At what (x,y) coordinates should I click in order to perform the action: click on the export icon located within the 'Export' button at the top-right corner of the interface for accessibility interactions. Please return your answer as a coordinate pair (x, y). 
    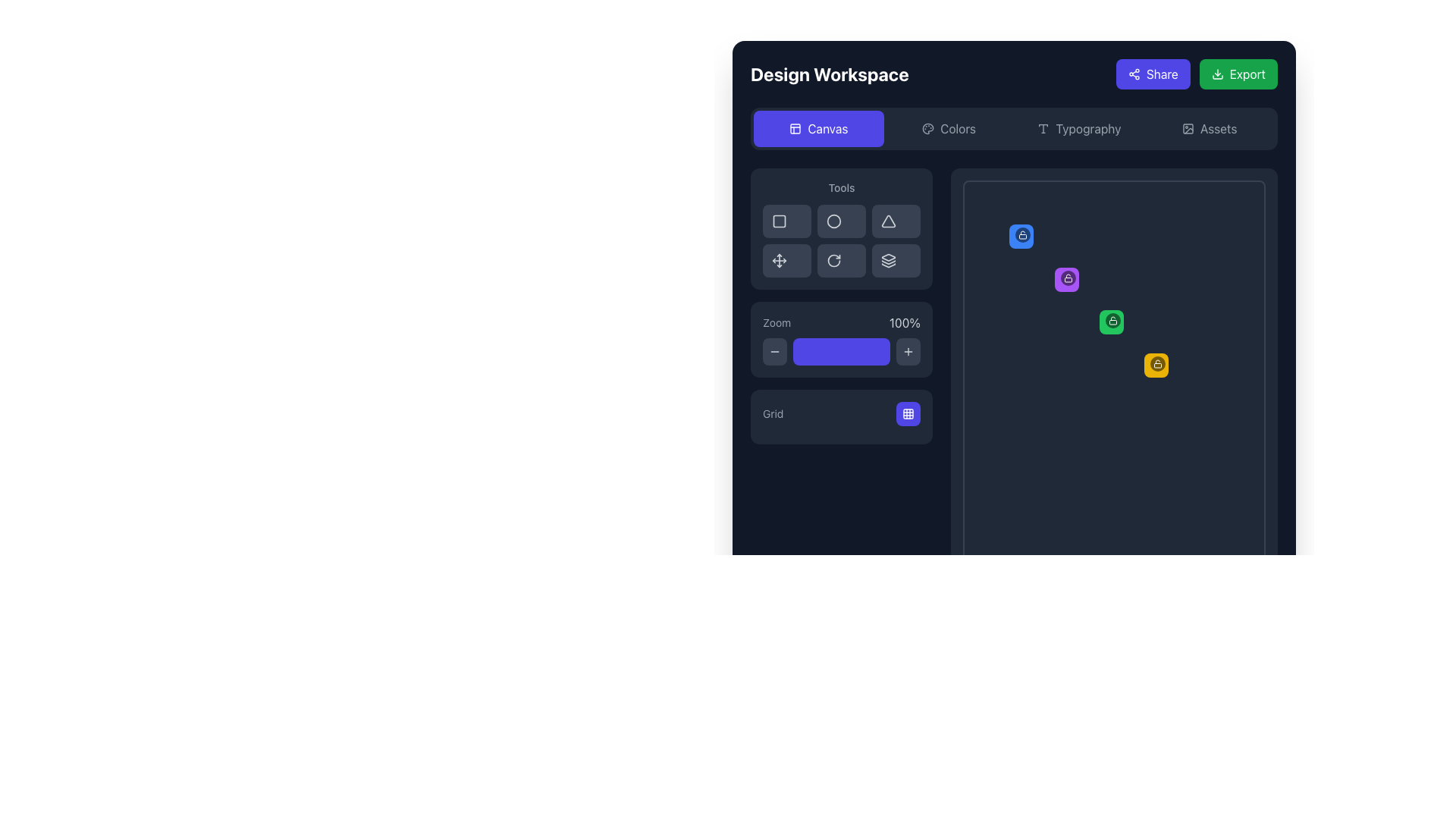
    Looking at the image, I should click on (1217, 74).